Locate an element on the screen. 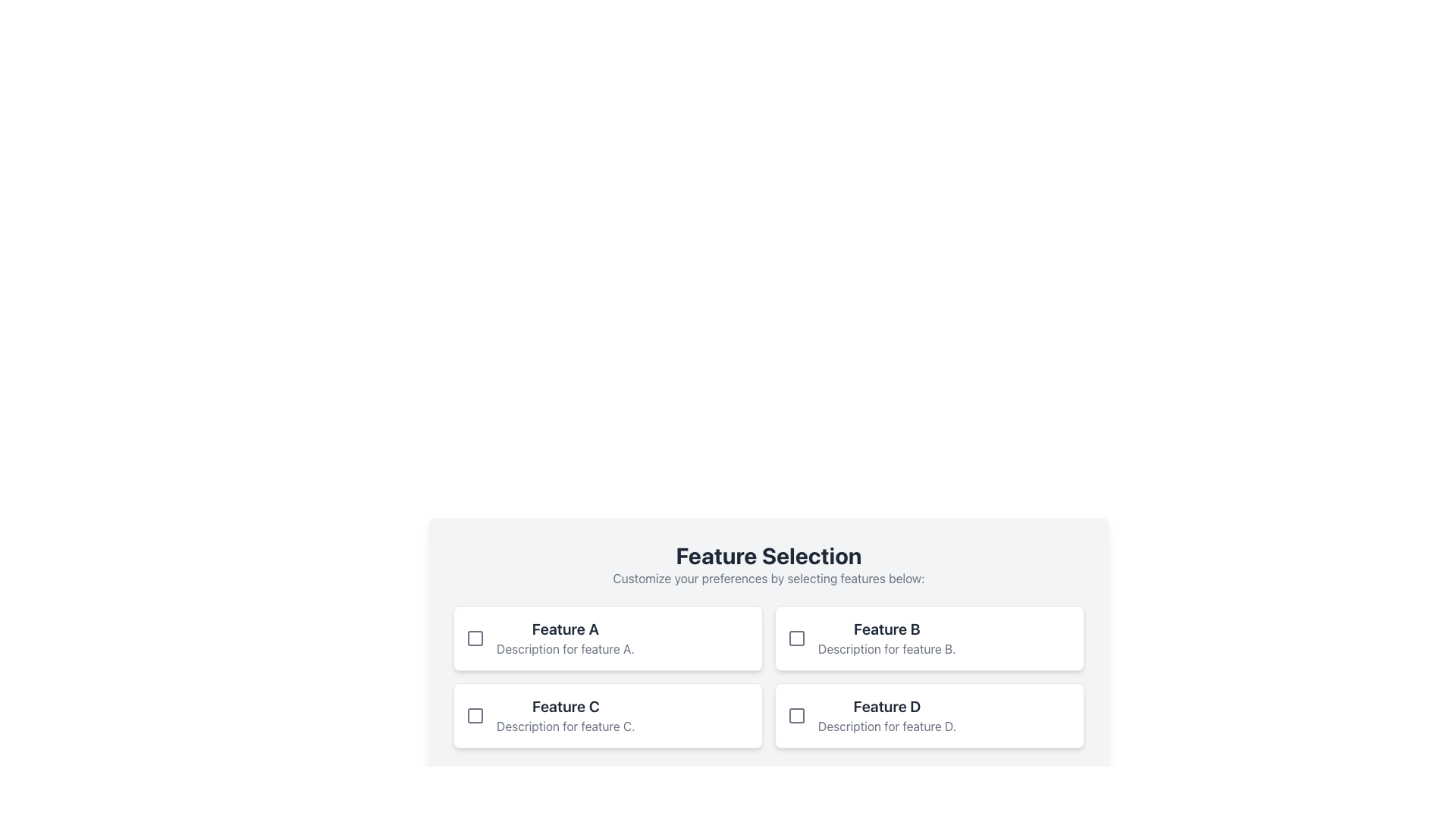 This screenshot has height=819, width=1456. the checkbox in the 'Feature C' selection card is located at coordinates (607, 716).